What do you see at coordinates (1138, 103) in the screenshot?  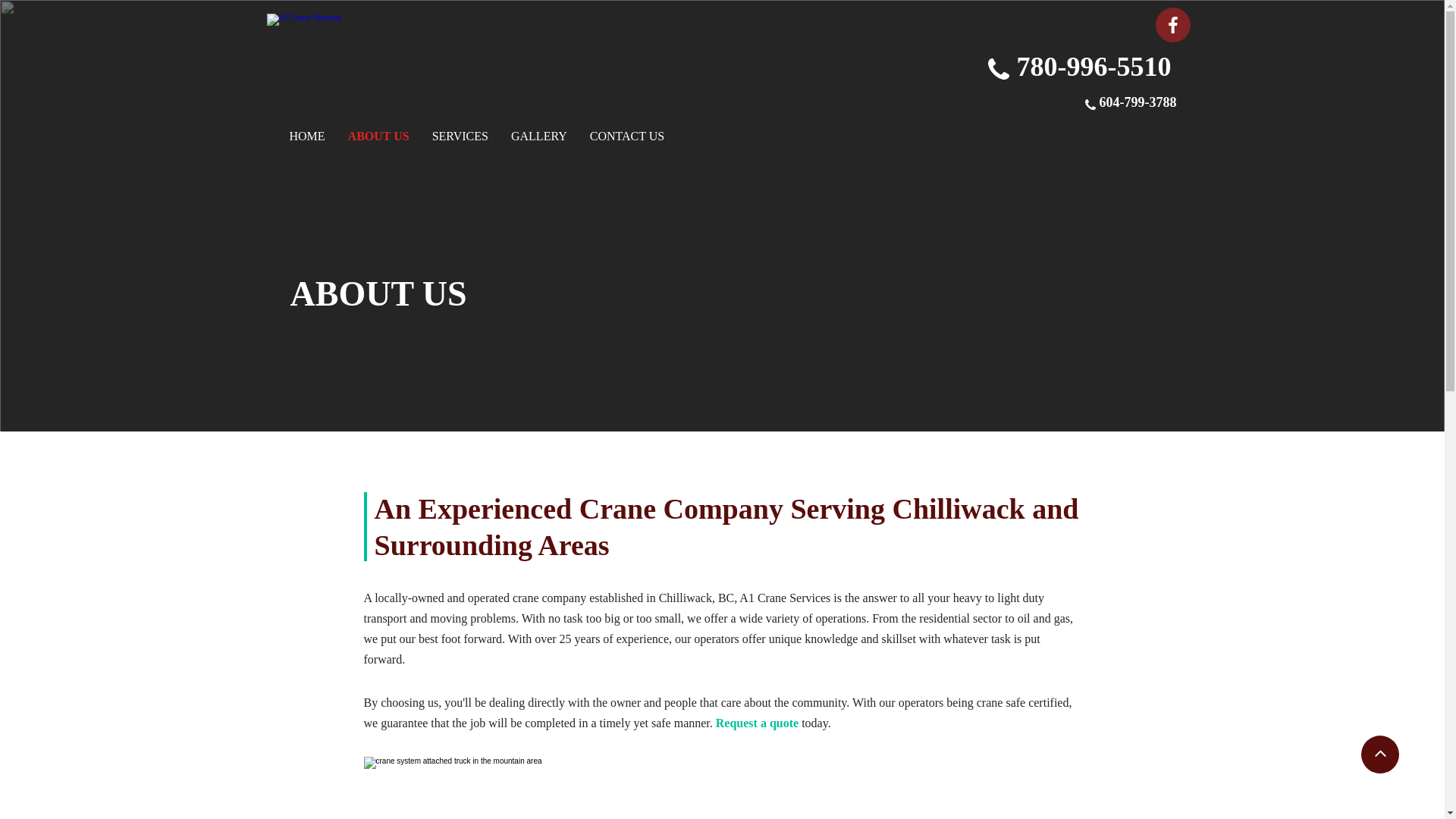 I see `'604-799-3788'` at bounding box center [1138, 103].